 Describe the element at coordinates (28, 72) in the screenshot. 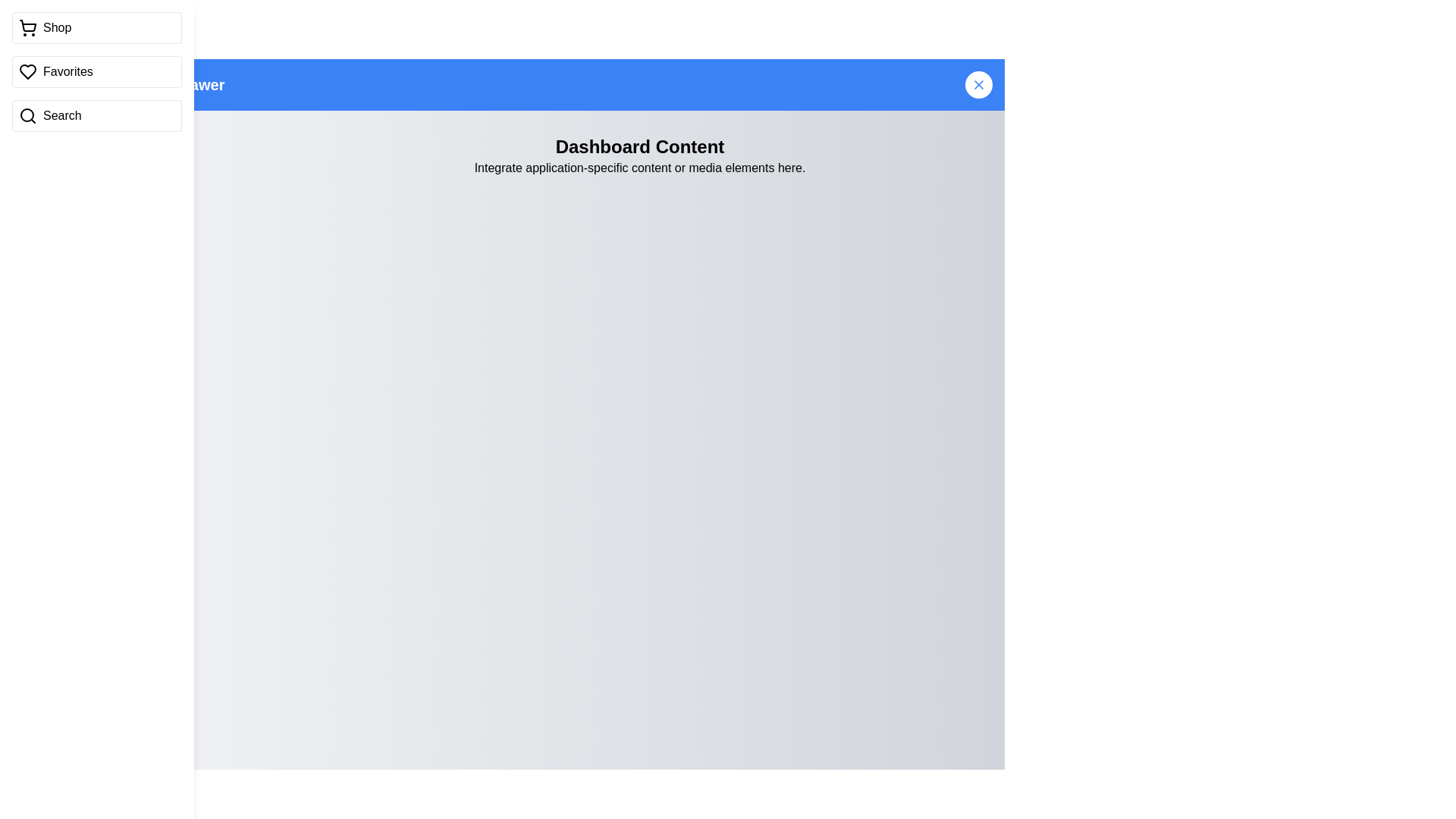

I see `the heart-shaped icon in the sidebar menu associated with the 'Favorites' label` at that location.